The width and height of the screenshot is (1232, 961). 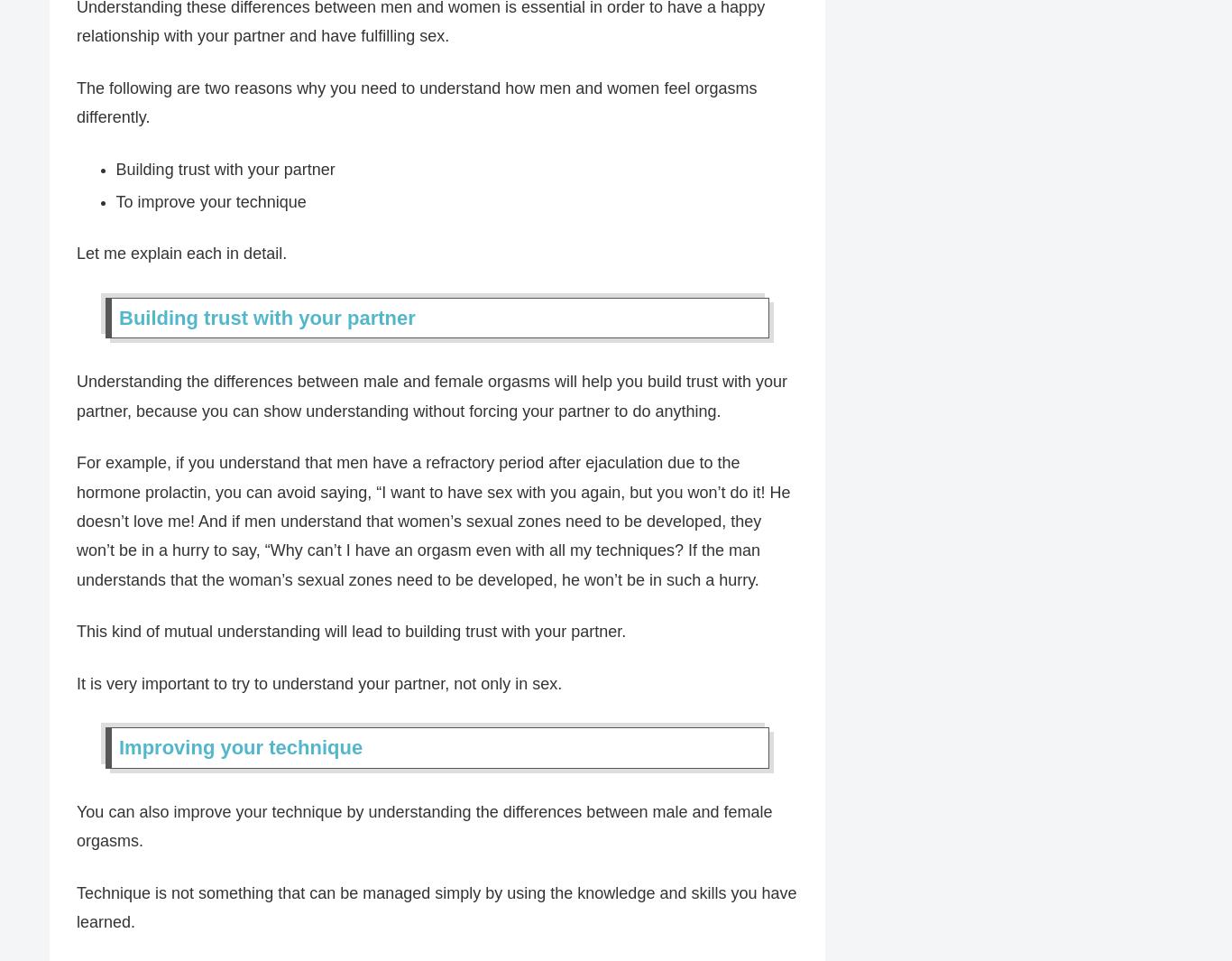 I want to click on 'For example, if you understand that men have a refractory period after ejaculation due to the hormone prolactin, you can avoid saying, “I want to have sex with you again, but you won’t do it! He doesn’t love me! And if men understand that women’s sexual zones need to be developed, they won’t be in a hurry to say, “Why can’t I have an orgasm even with all my techniques? If the man understands that the woman’s sexual zones need to be developed, he won’t be in such a hurry.', so click(x=433, y=522).